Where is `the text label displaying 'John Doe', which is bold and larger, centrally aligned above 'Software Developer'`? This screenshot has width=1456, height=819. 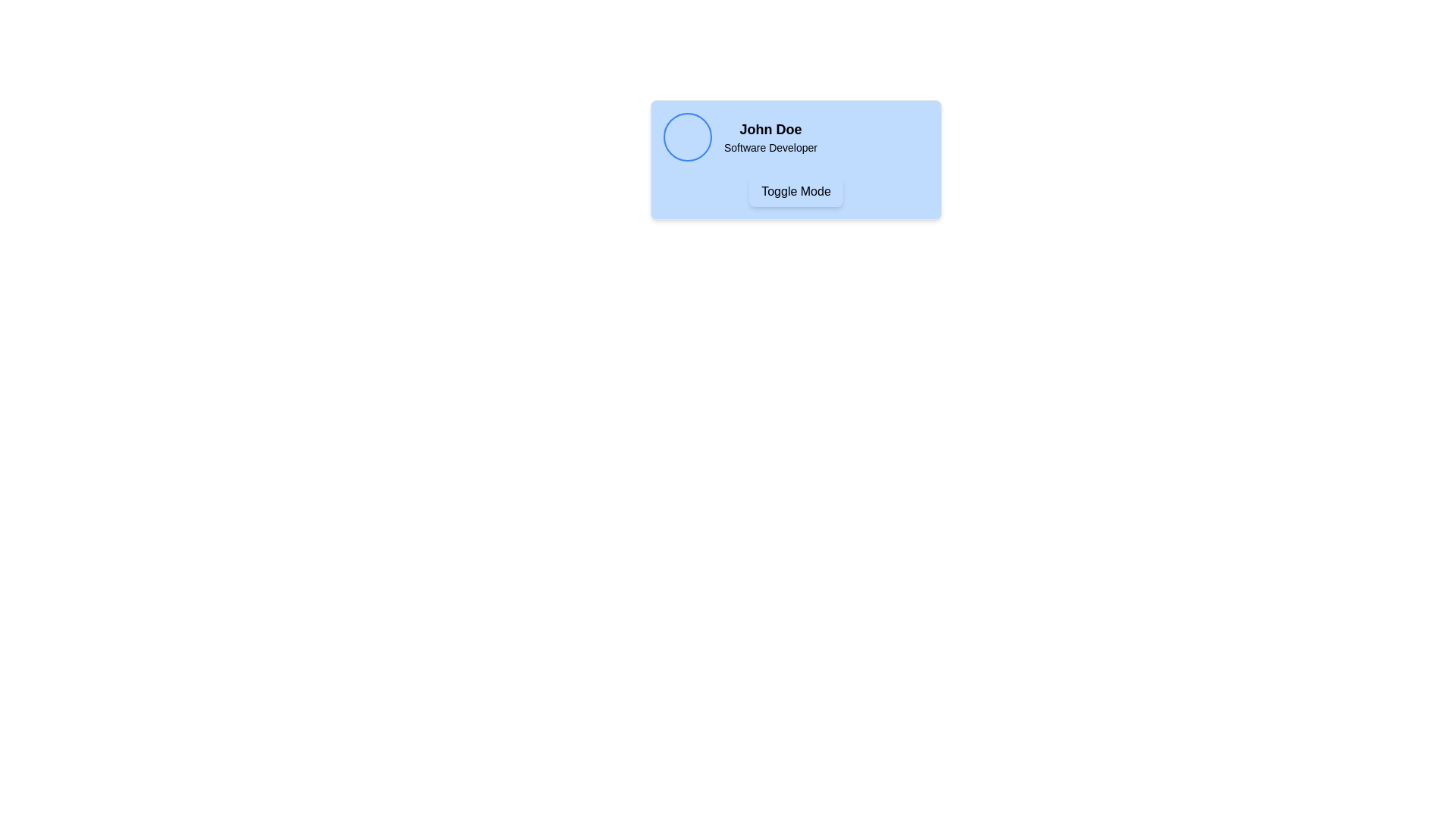
the text label displaying 'John Doe', which is bold and larger, centrally aligned above 'Software Developer' is located at coordinates (770, 128).